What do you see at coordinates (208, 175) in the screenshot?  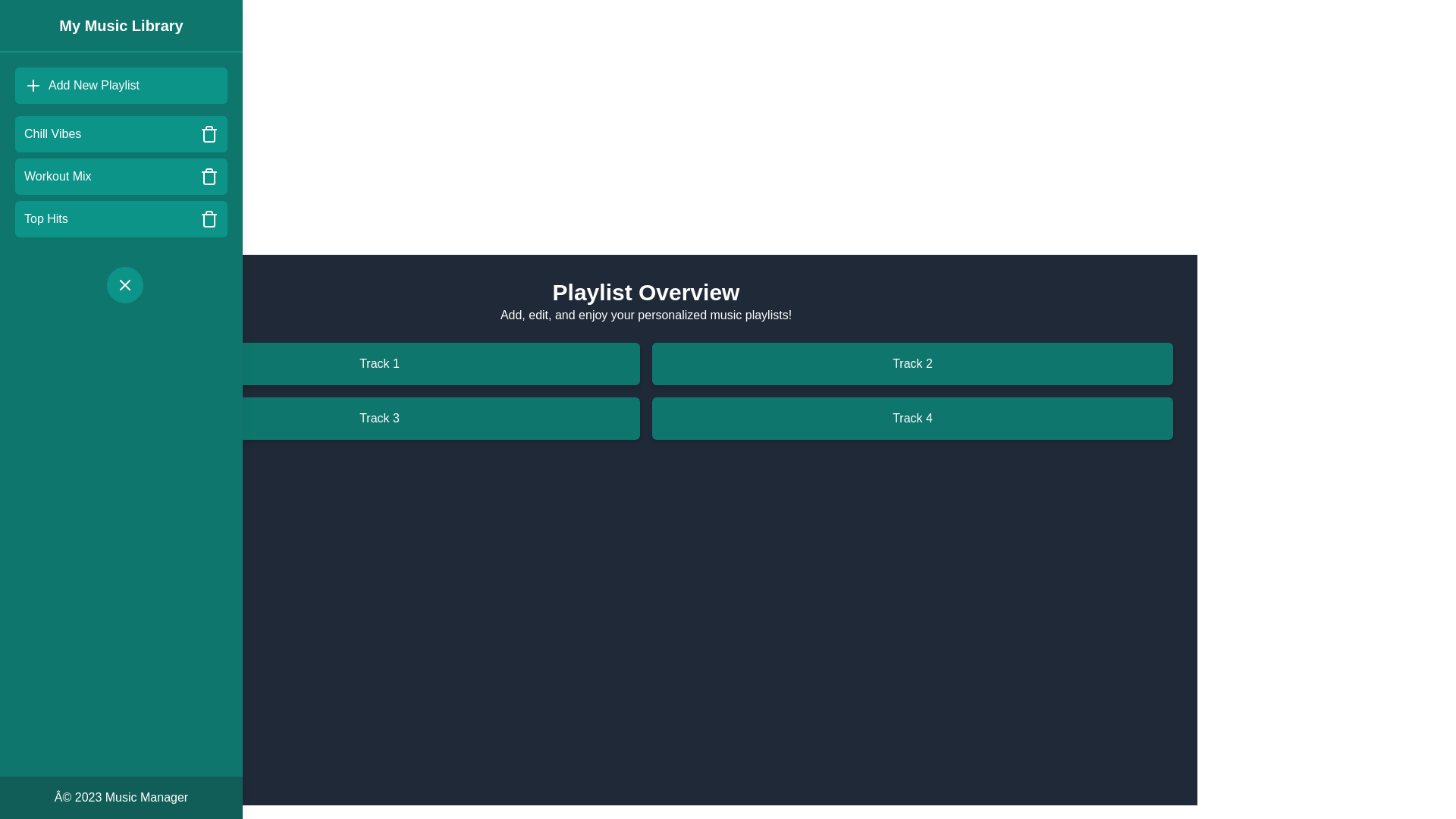 I see `the delete button located on the right side of the 'Workout Mix' playlist row in the sidebar` at bounding box center [208, 175].